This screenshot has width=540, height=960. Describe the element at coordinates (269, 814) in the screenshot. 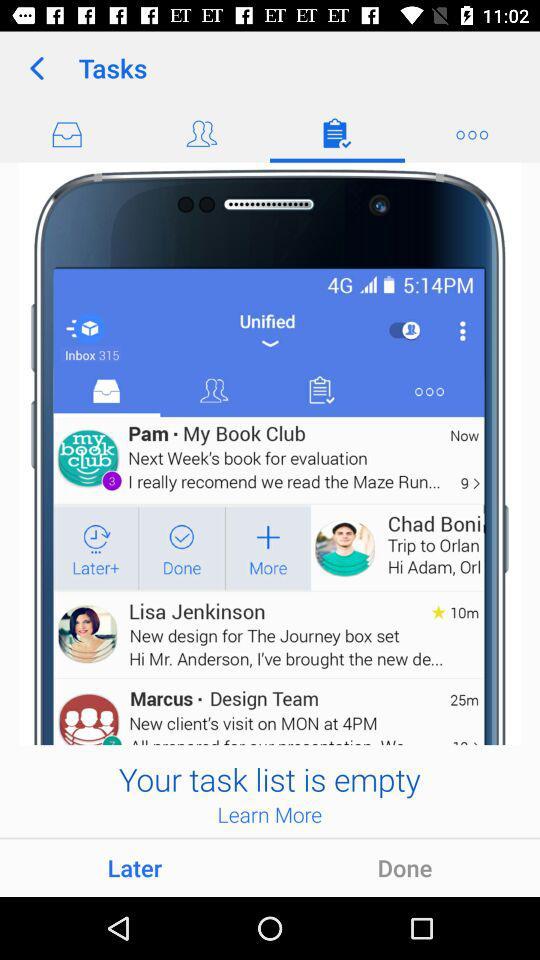

I see `learn more item` at that location.